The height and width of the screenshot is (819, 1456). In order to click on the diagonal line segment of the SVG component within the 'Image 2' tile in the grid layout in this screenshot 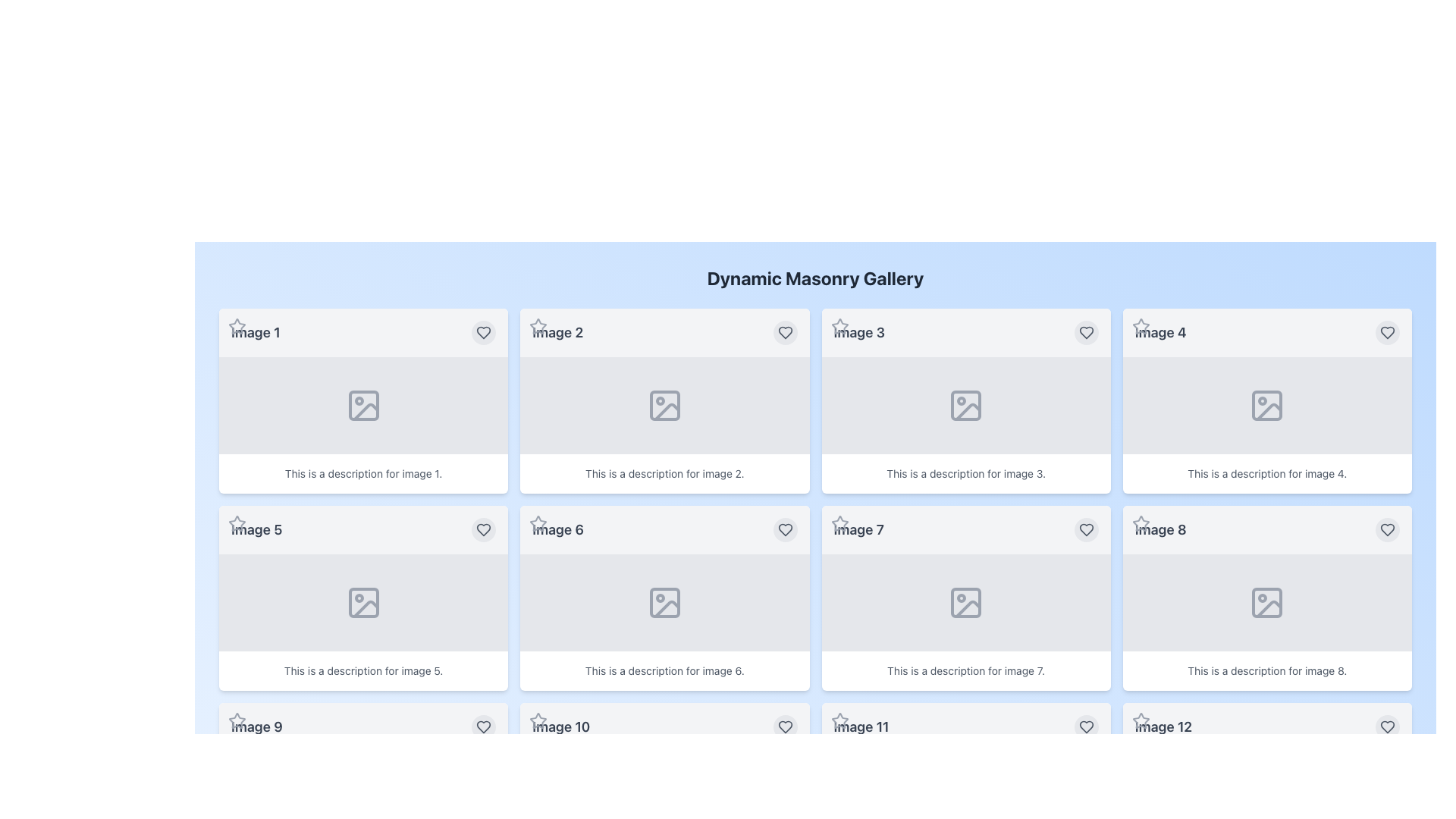, I will do `click(667, 412)`.